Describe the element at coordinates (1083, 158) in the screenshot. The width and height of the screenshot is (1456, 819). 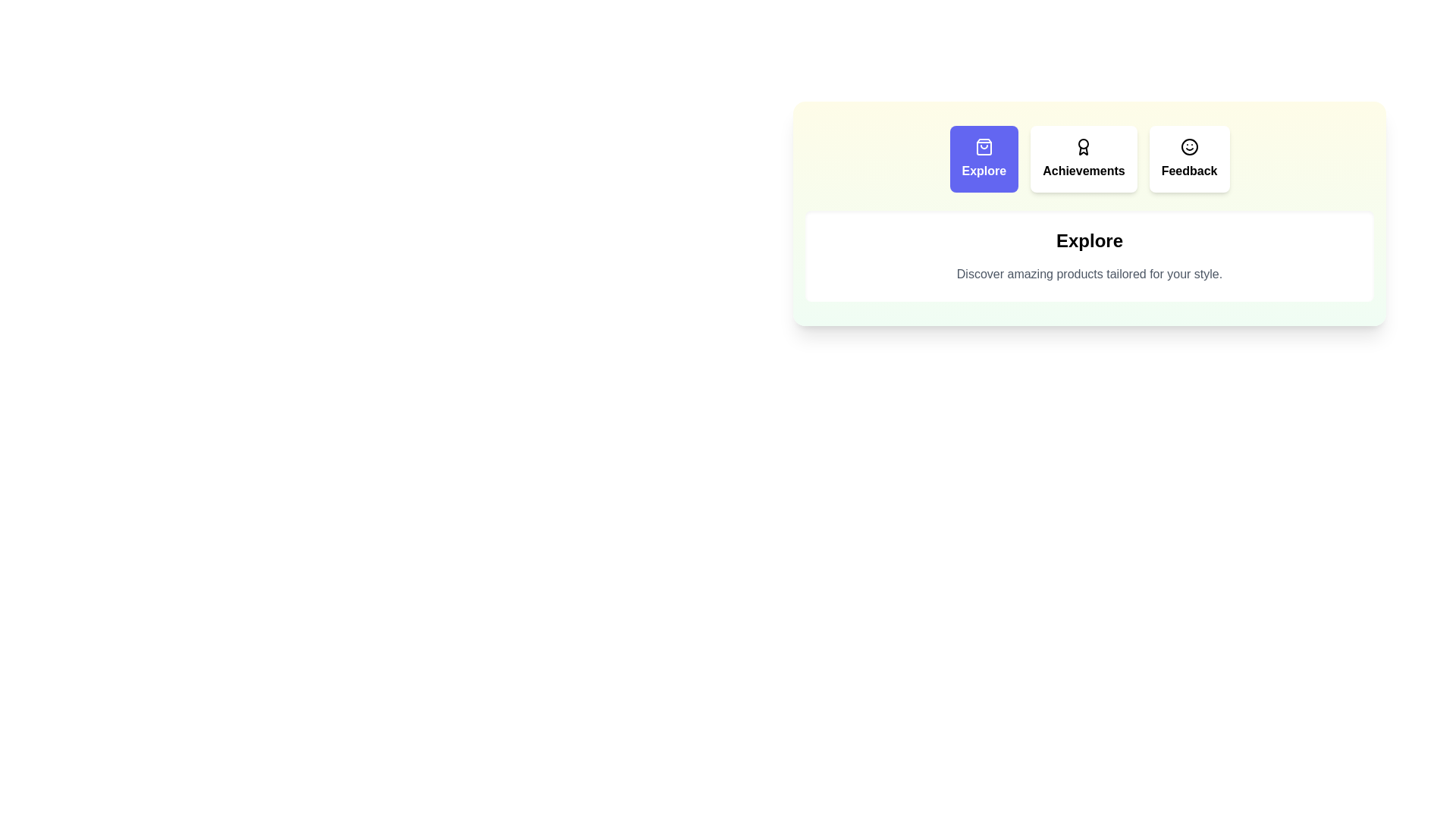
I see `the Achievements tab by clicking on its respective title or icon` at that location.